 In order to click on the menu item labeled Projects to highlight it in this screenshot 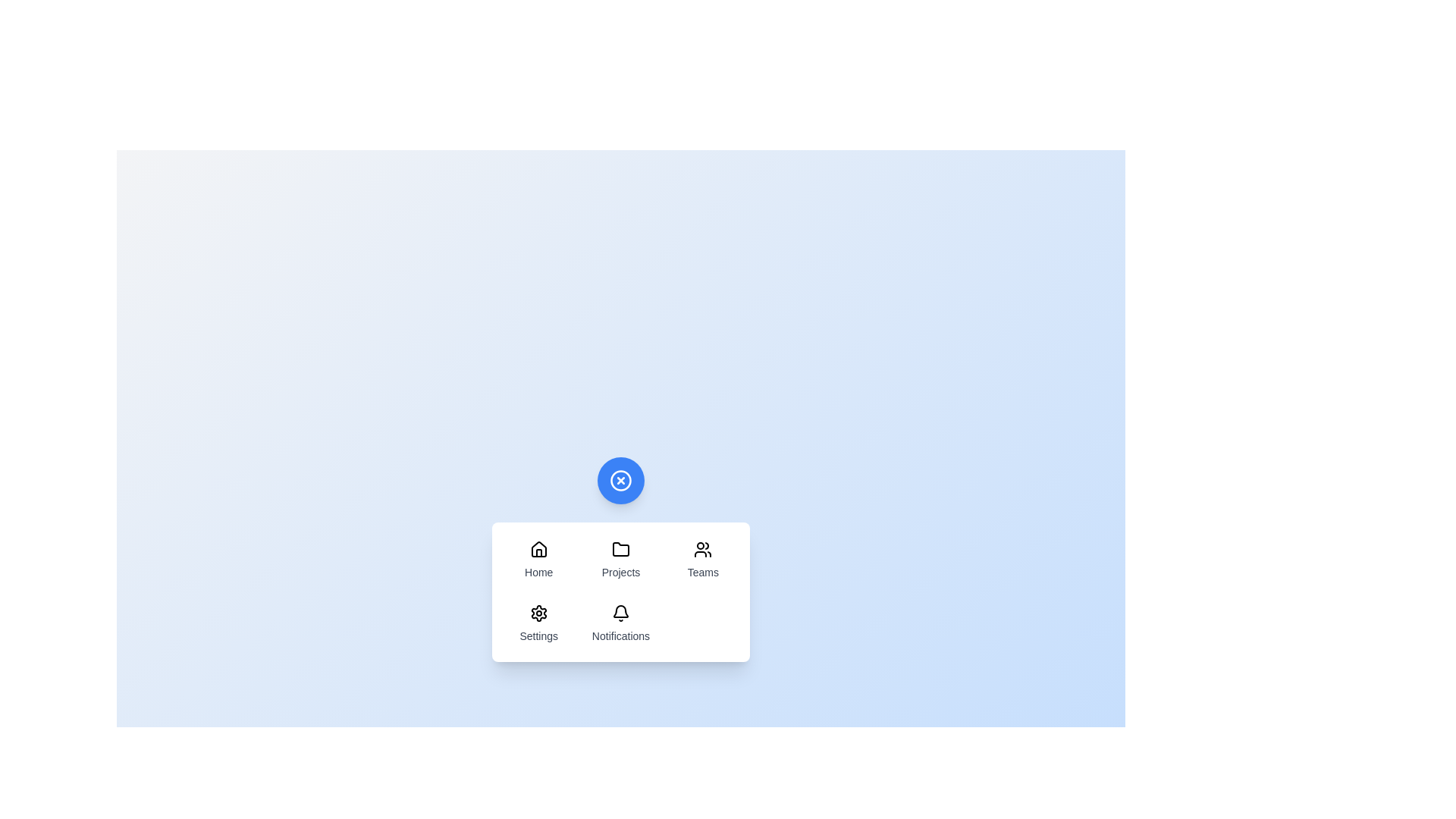, I will do `click(621, 560)`.